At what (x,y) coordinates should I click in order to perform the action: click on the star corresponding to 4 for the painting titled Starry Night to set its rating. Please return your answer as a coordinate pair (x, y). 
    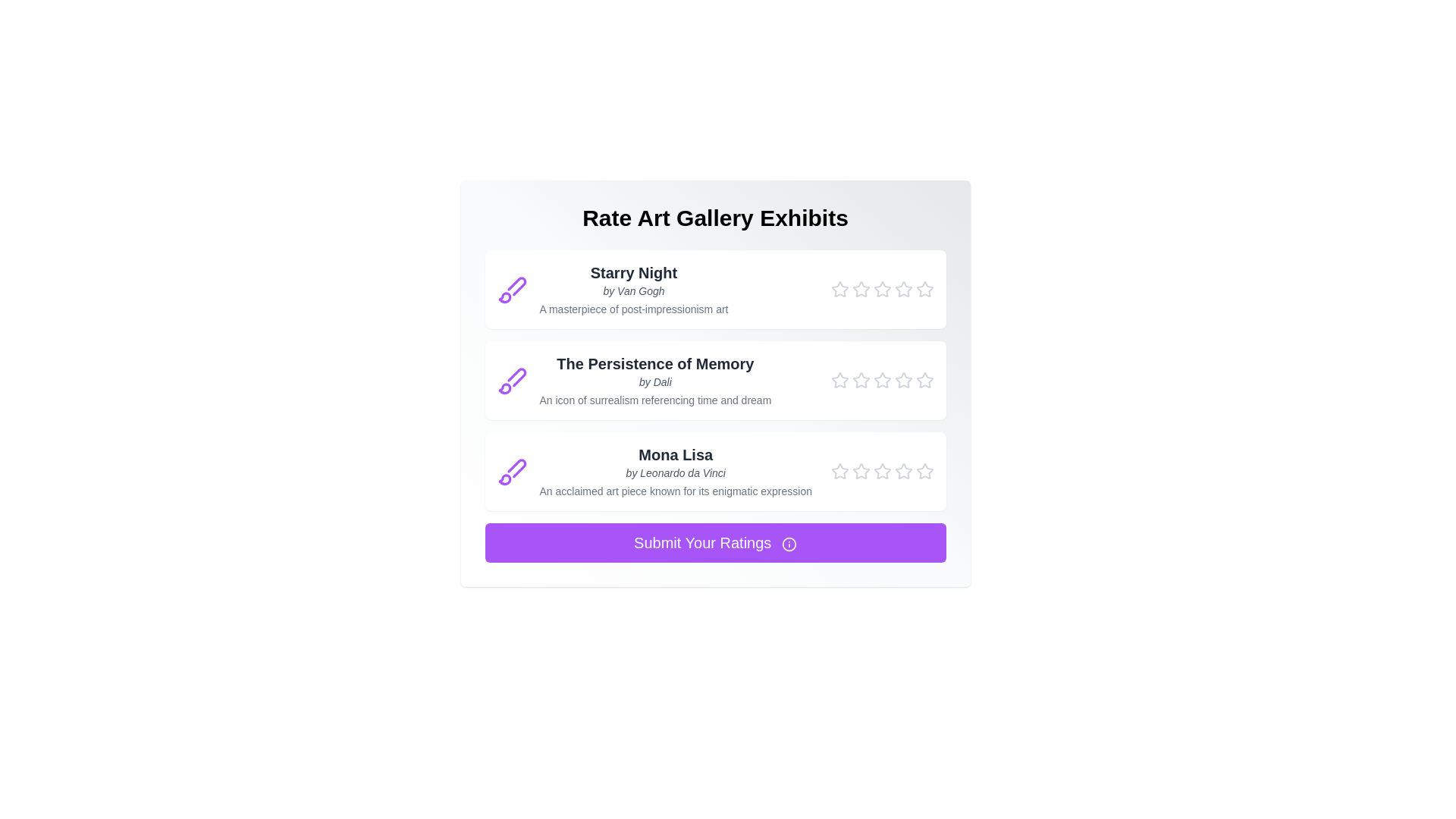
    Looking at the image, I should click on (903, 289).